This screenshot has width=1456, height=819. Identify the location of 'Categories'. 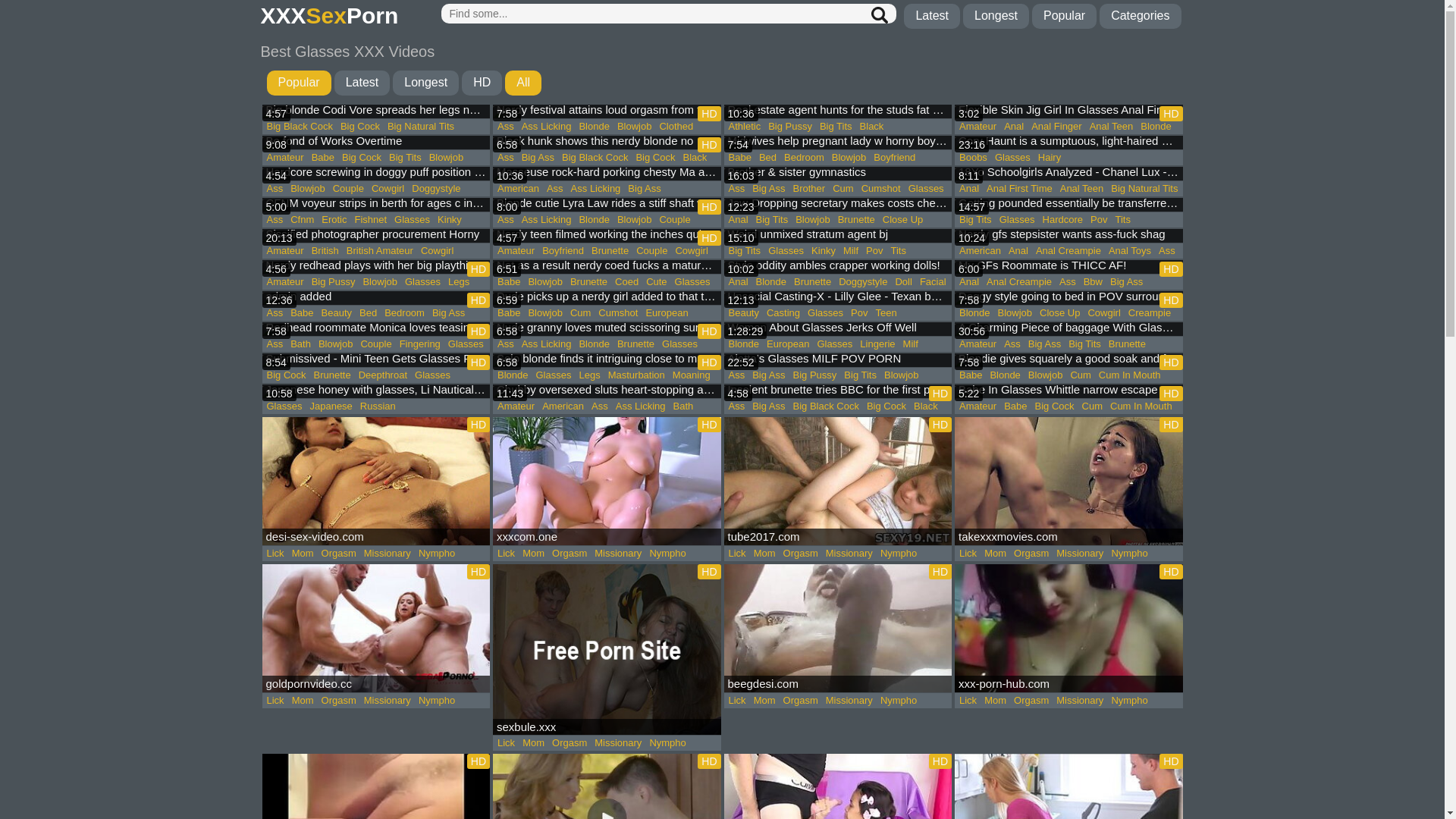
(1099, 16).